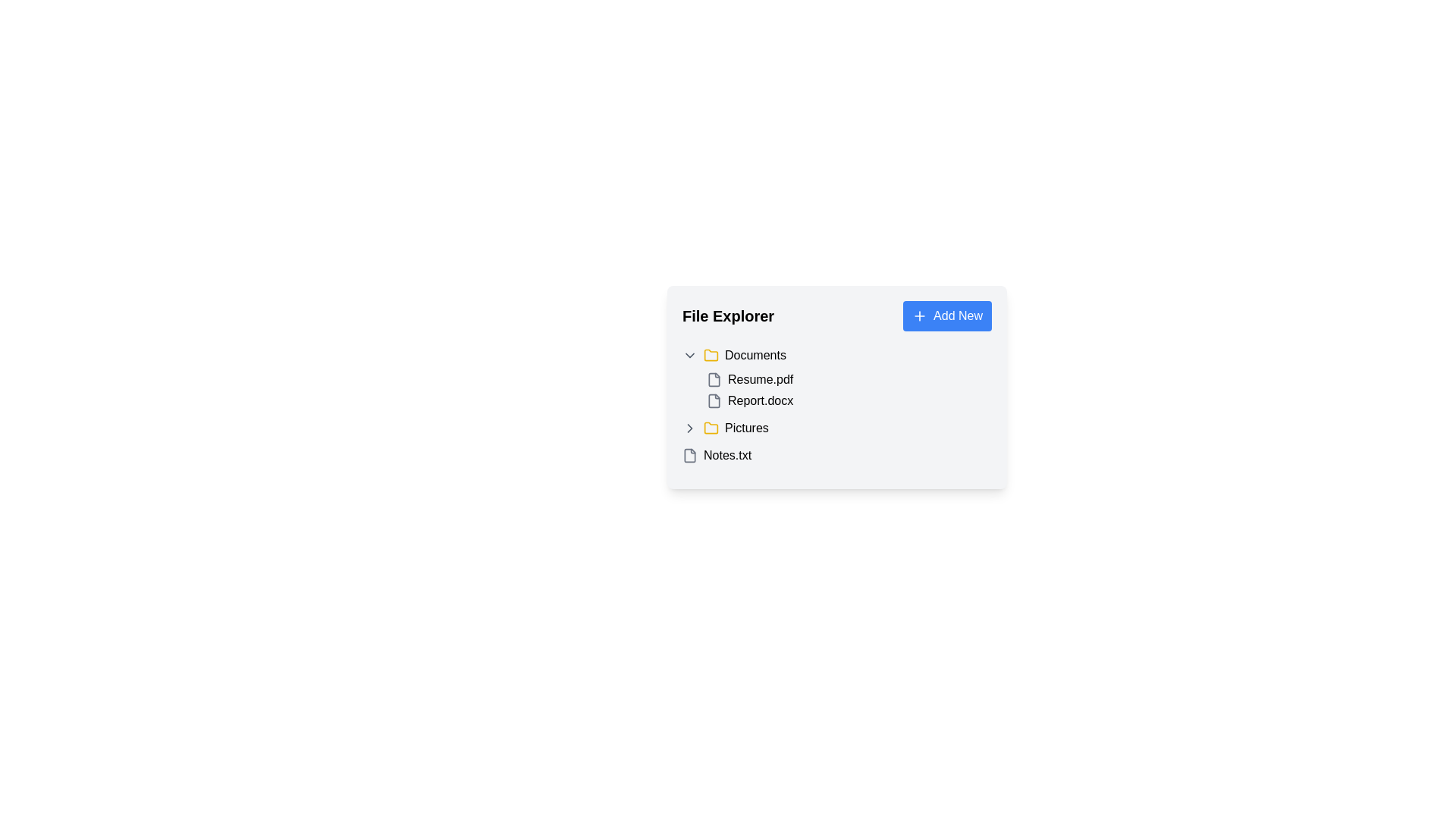  Describe the element at coordinates (836, 428) in the screenshot. I see `the 'Pictures' folder item in the file explorer` at that location.